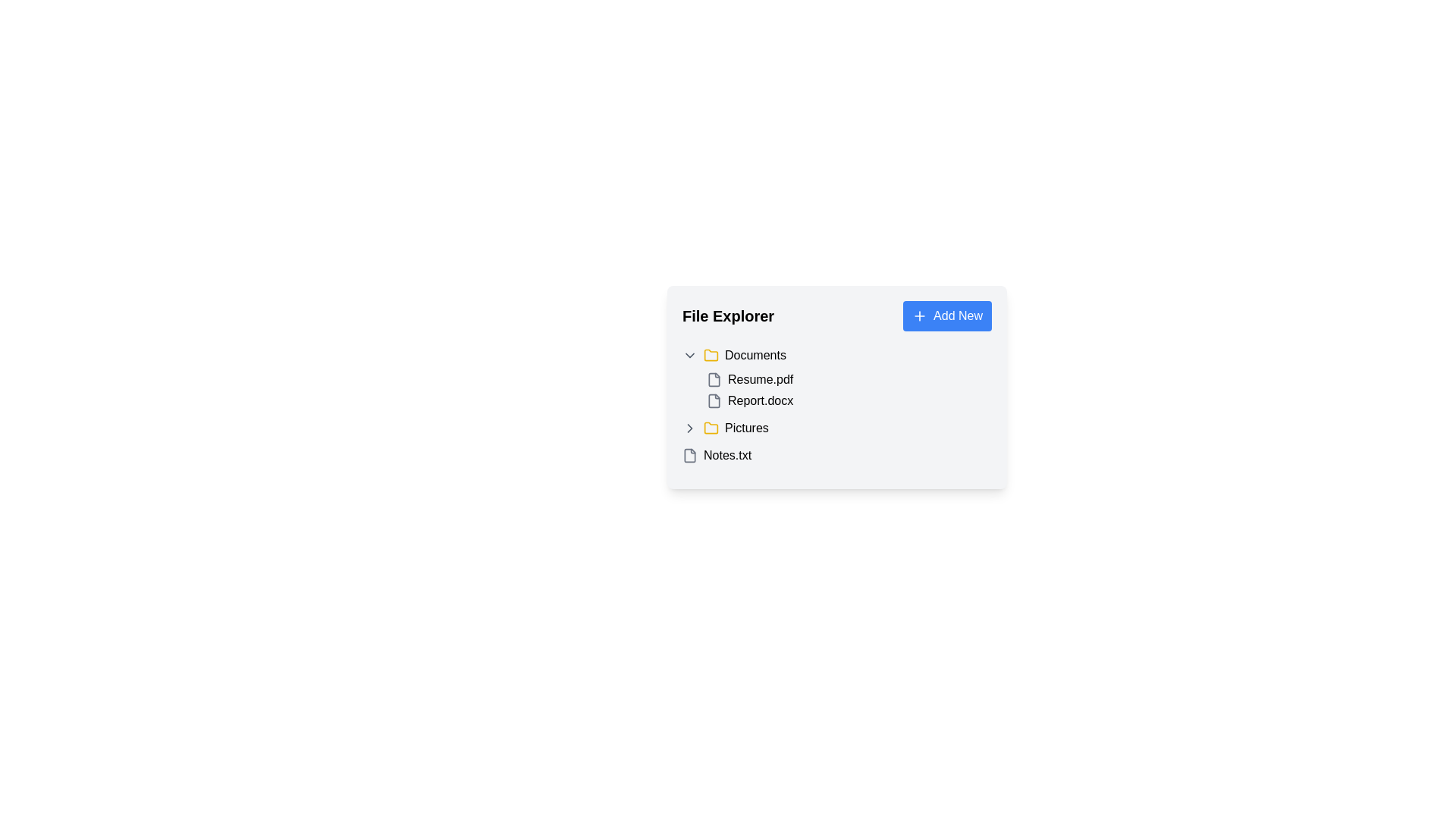  Describe the element at coordinates (836, 428) in the screenshot. I see `the 'Pictures' folder item in the file explorer` at that location.